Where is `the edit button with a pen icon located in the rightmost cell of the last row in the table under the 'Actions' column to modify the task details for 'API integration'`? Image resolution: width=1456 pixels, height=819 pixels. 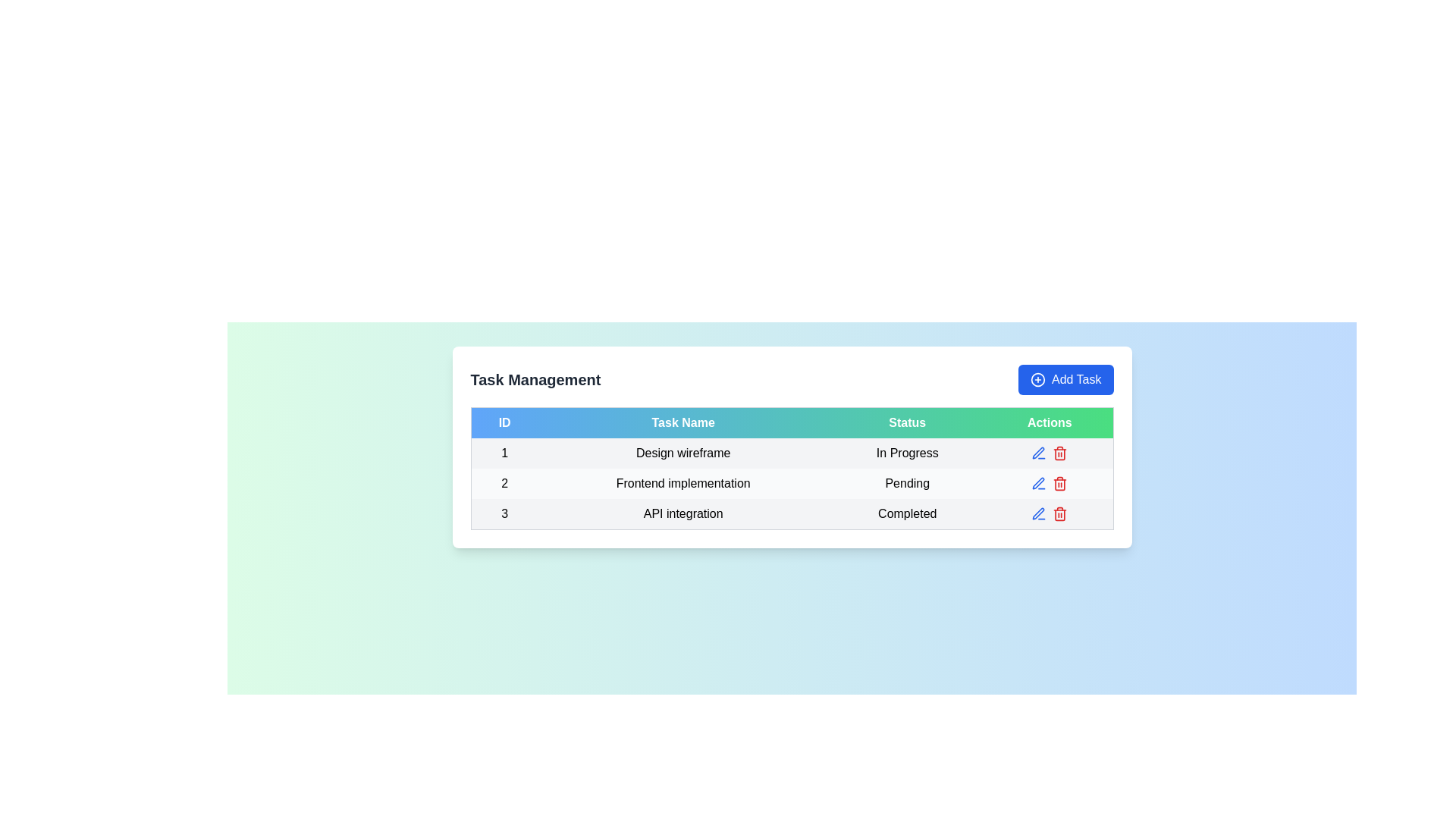 the edit button with a pen icon located in the rightmost cell of the last row in the table under the 'Actions' column to modify the task details for 'API integration' is located at coordinates (1037, 513).